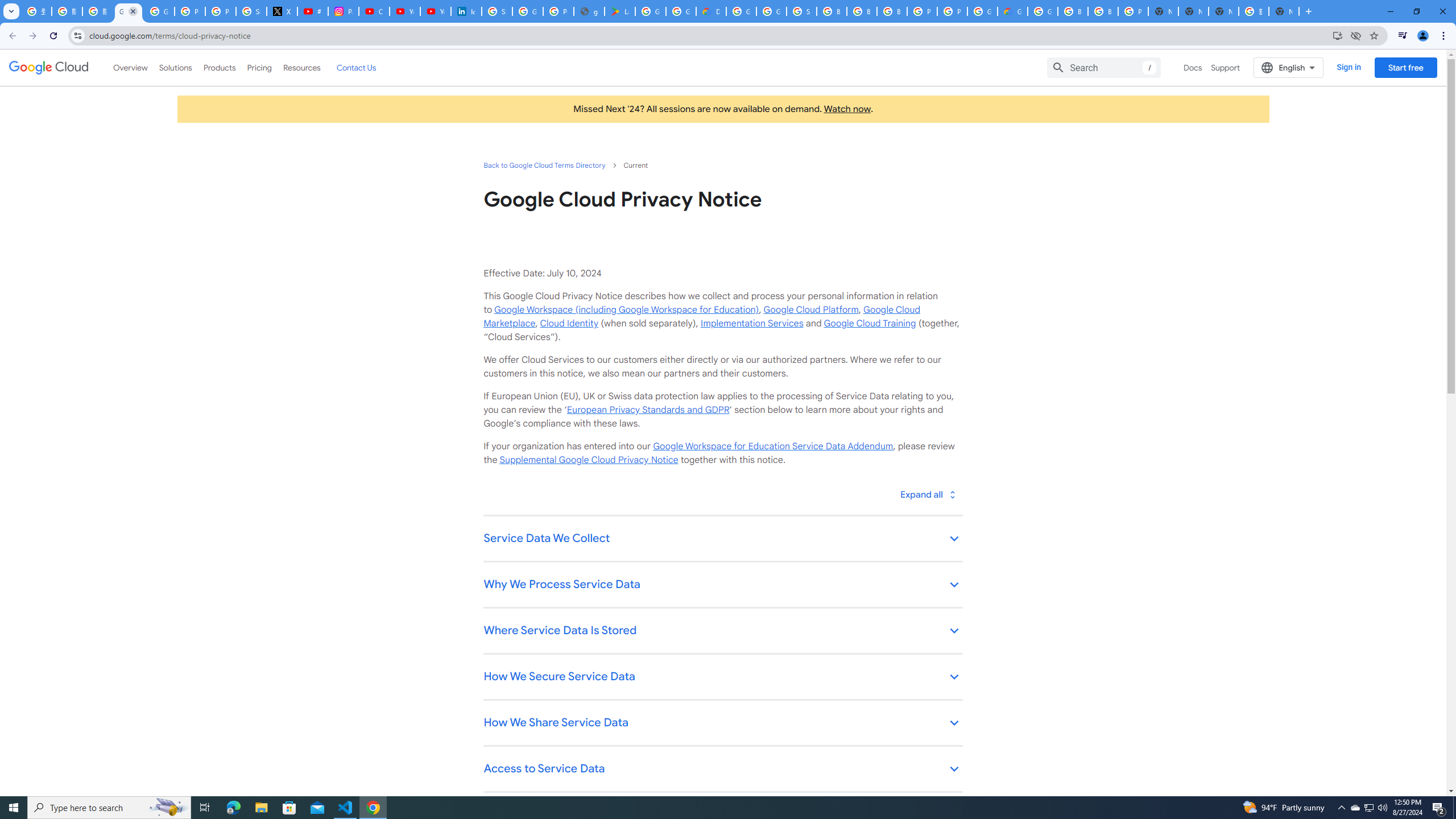  I want to click on 'Docs', so click(1192, 67).